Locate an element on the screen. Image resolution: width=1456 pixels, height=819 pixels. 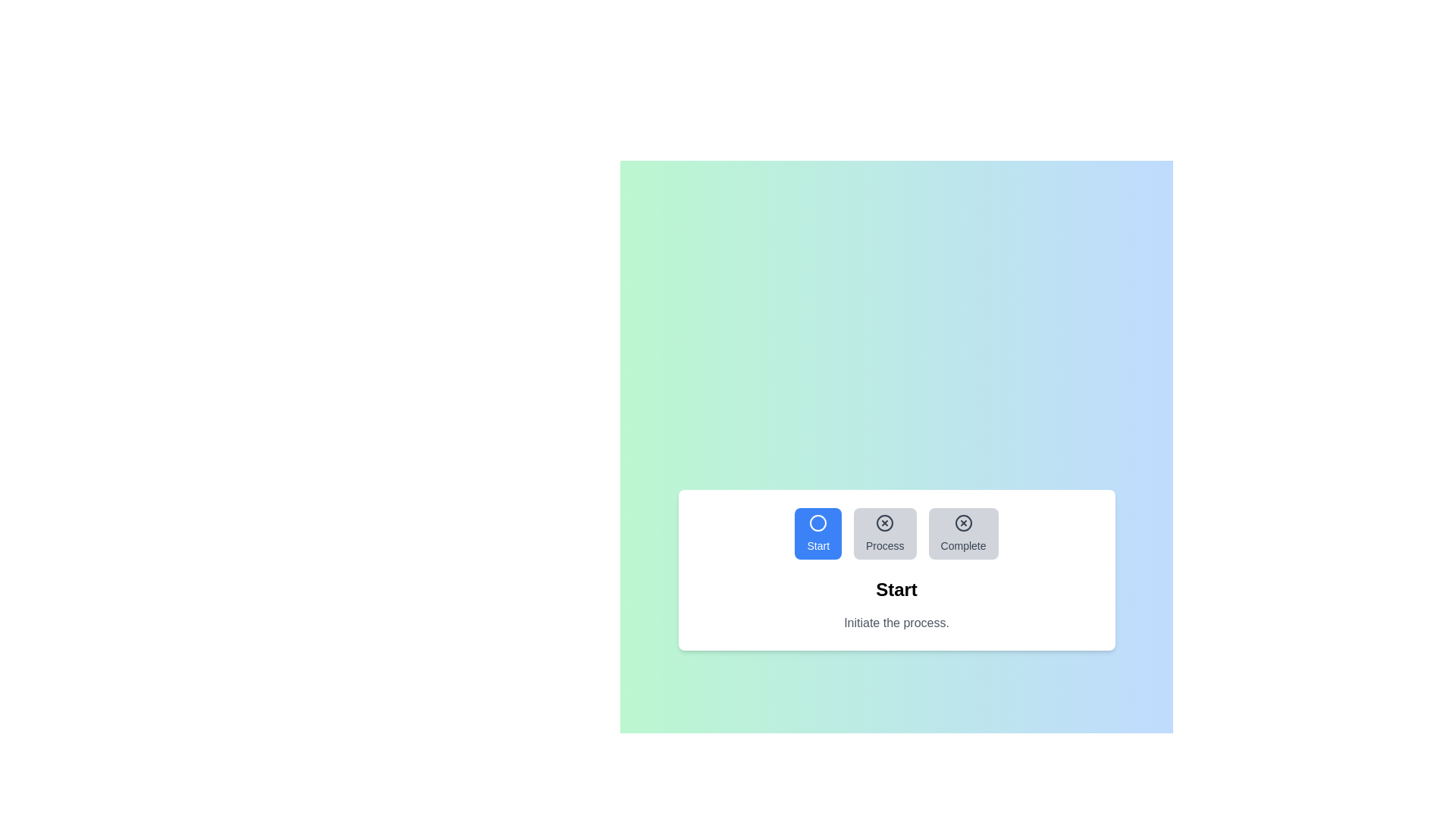
the 'Complete' button located on the rightmost side among three horizontally aligned buttons is located at coordinates (962, 533).